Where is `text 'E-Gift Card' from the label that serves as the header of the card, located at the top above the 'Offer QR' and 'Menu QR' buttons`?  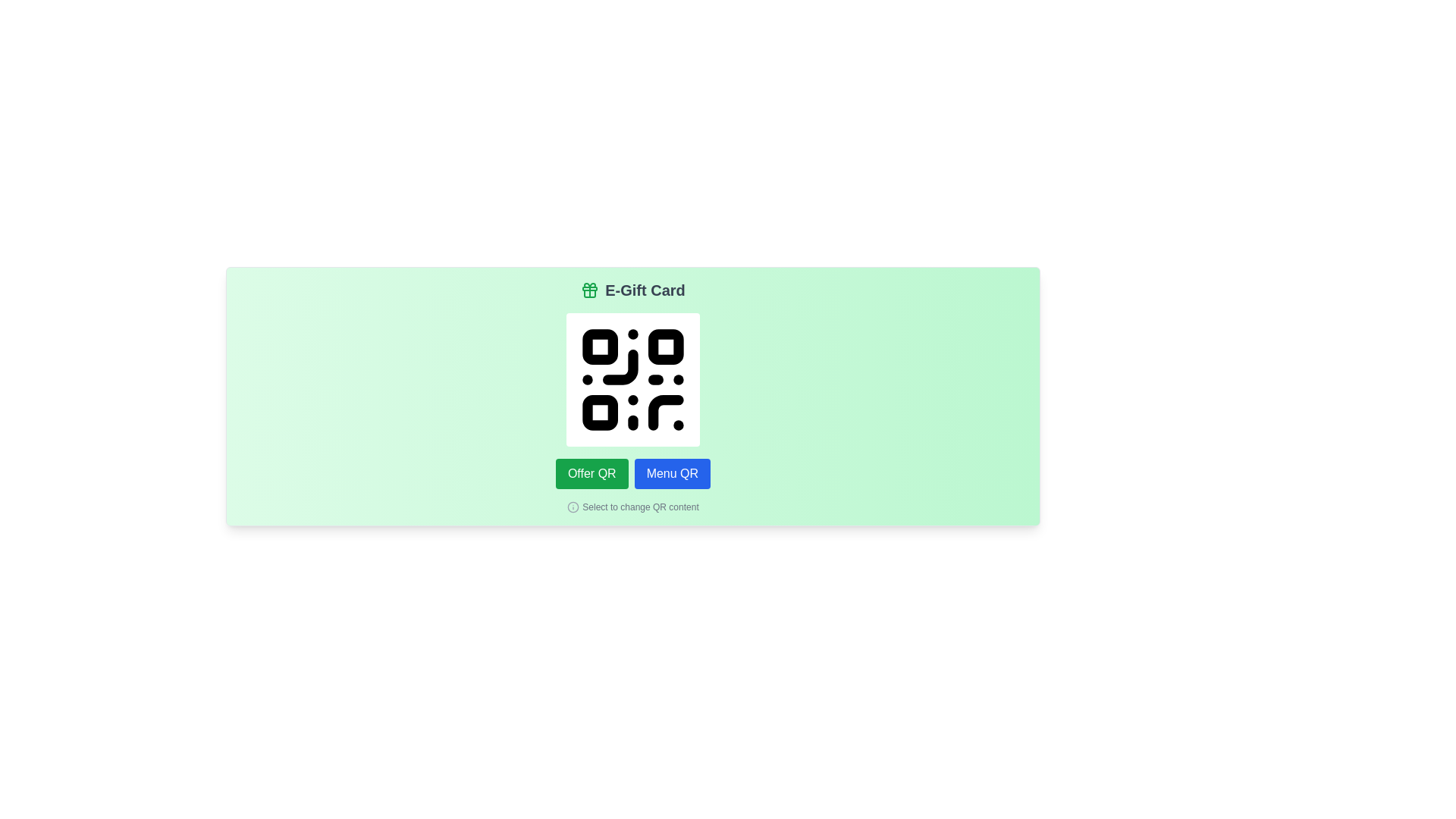
text 'E-Gift Card' from the label that serves as the header of the card, located at the top above the 'Offer QR' and 'Menu QR' buttons is located at coordinates (633, 290).